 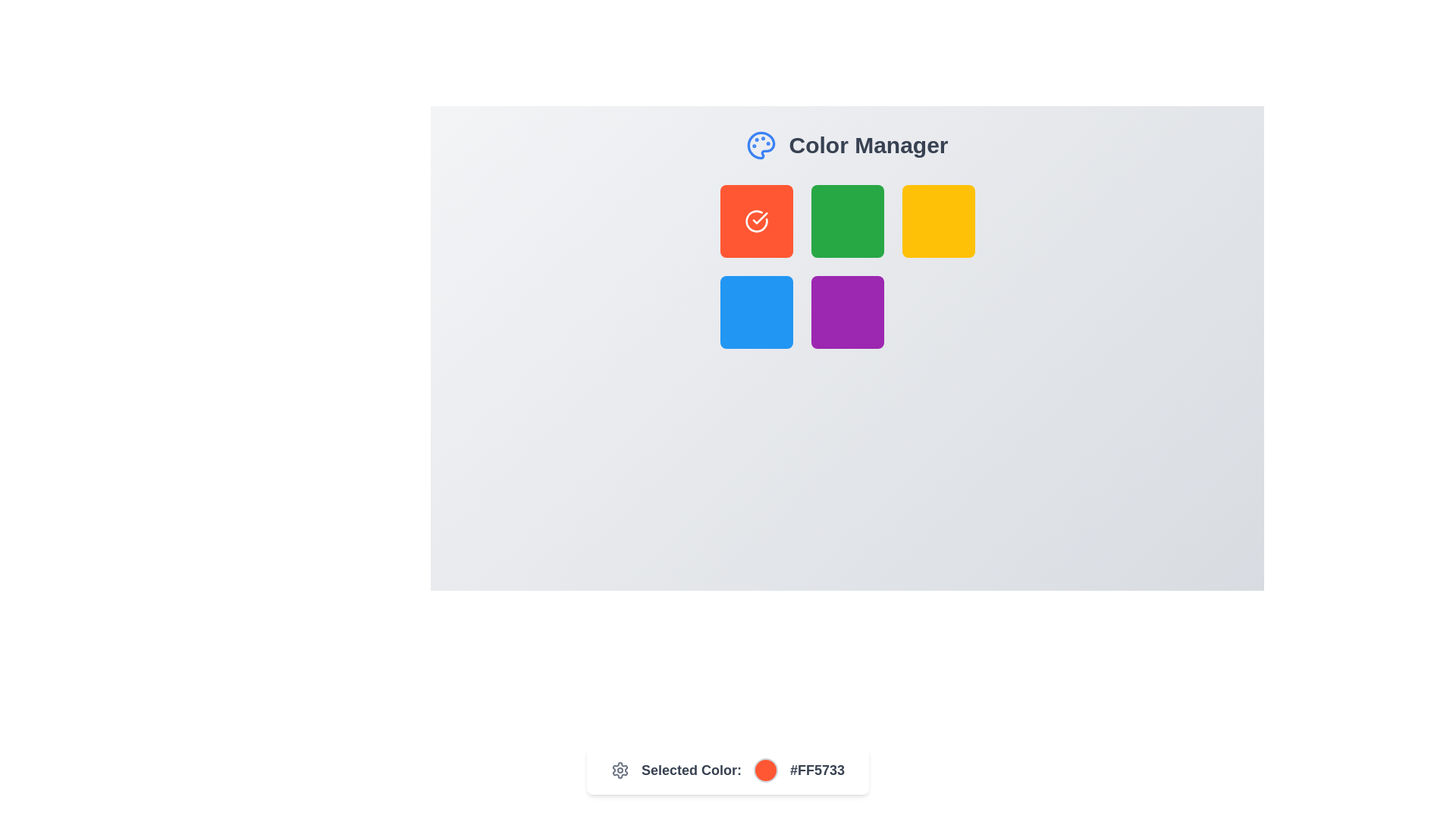 What do you see at coordinates (761, 146) in the screenshot?
I see `the 'Color Manager' icon, which is located to the left of the 'Color Manager' text at the top of the interface, to interact with the color management feature` at bounding box center [761, 146].